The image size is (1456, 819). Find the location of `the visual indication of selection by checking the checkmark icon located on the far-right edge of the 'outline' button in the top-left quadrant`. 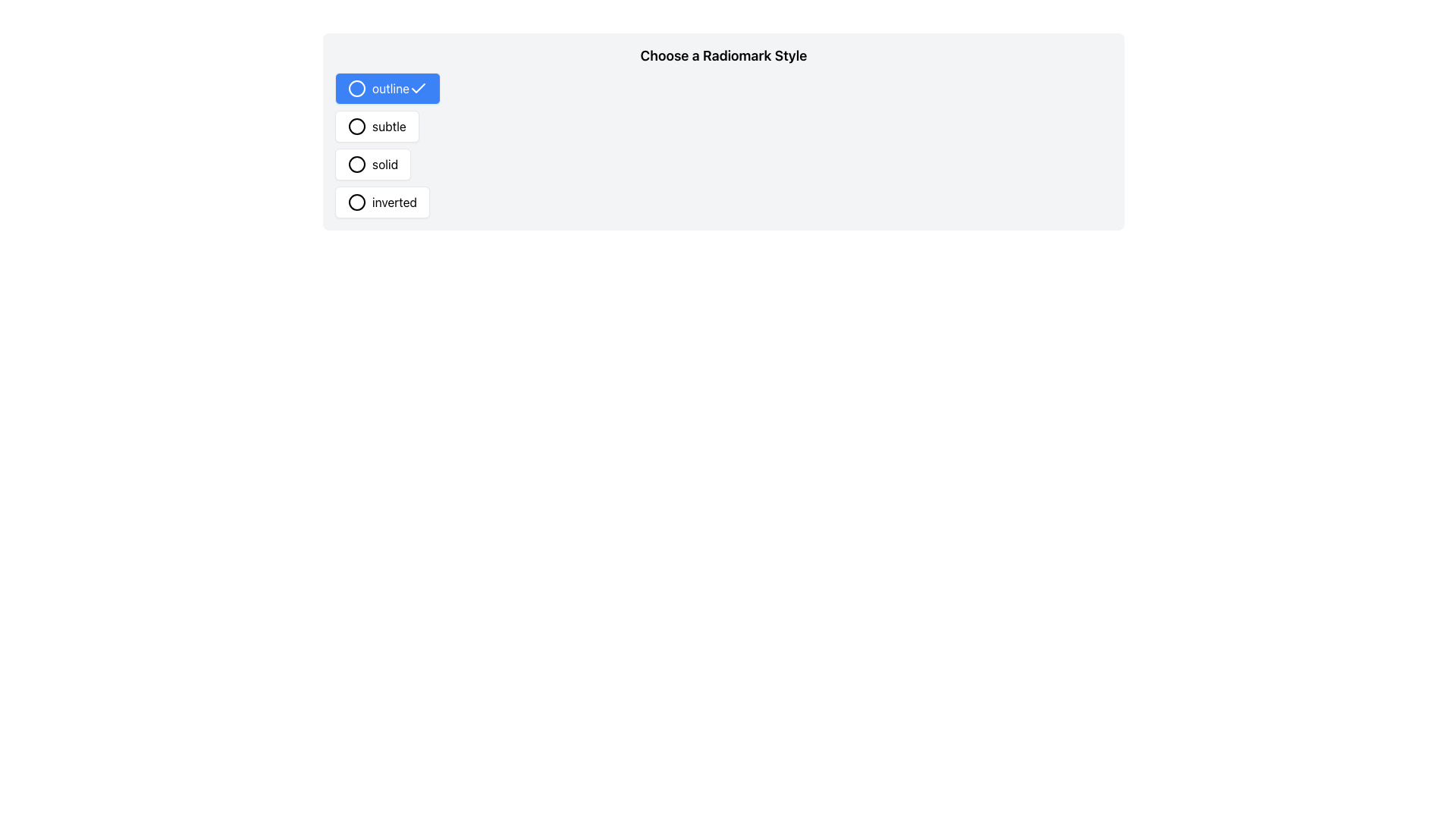

the visual indication of selection by checking the checkmark icon located on the far-right edge of the 'outline' button in the top-left quadrant is located at coordinates (418, 88).